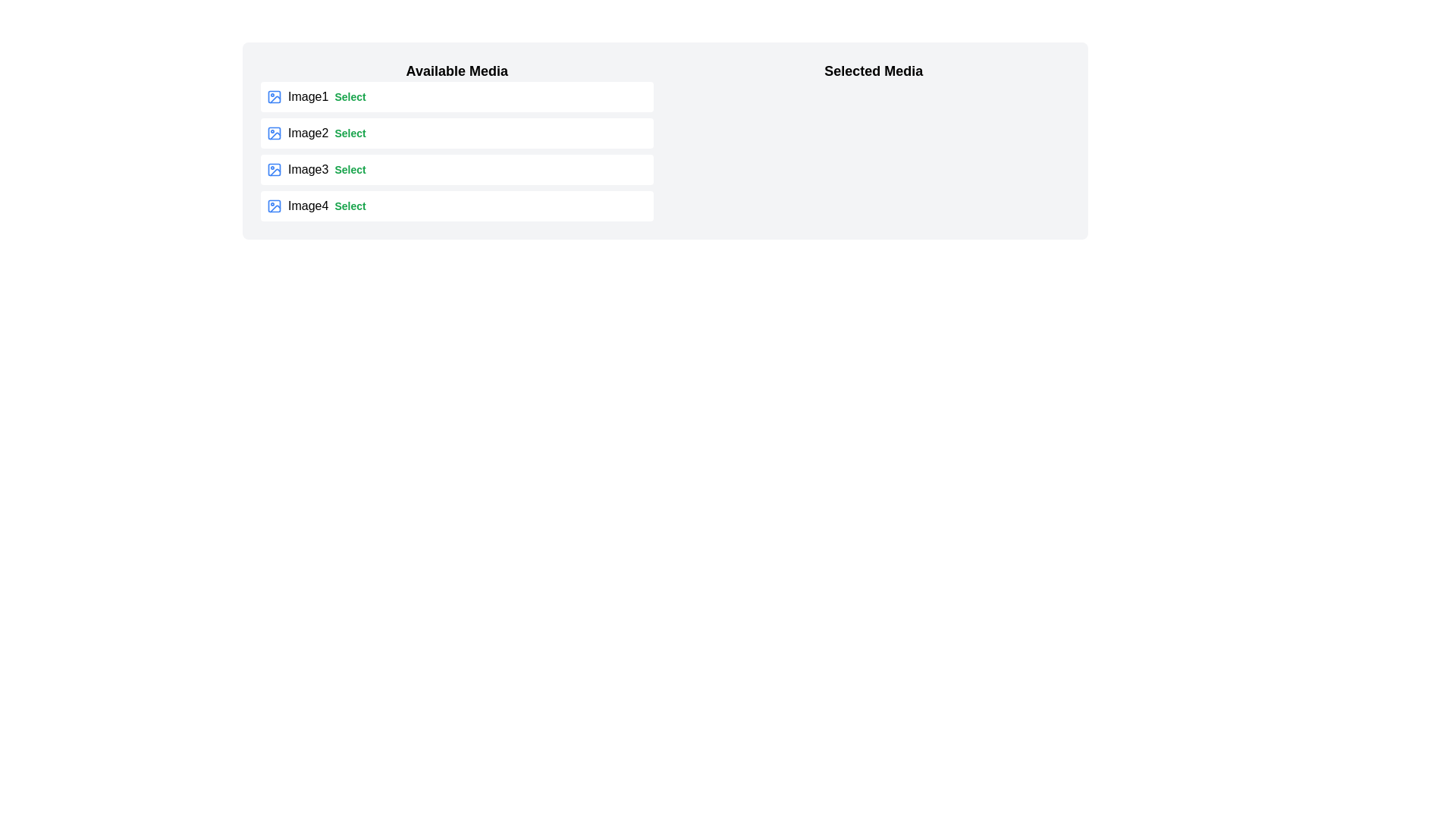  Describe the element at coordinates (307, 169) in the screenshot. I see `text of the Label element displaying 'Image3', located in the third row of the 'Available Media' section` at that location.